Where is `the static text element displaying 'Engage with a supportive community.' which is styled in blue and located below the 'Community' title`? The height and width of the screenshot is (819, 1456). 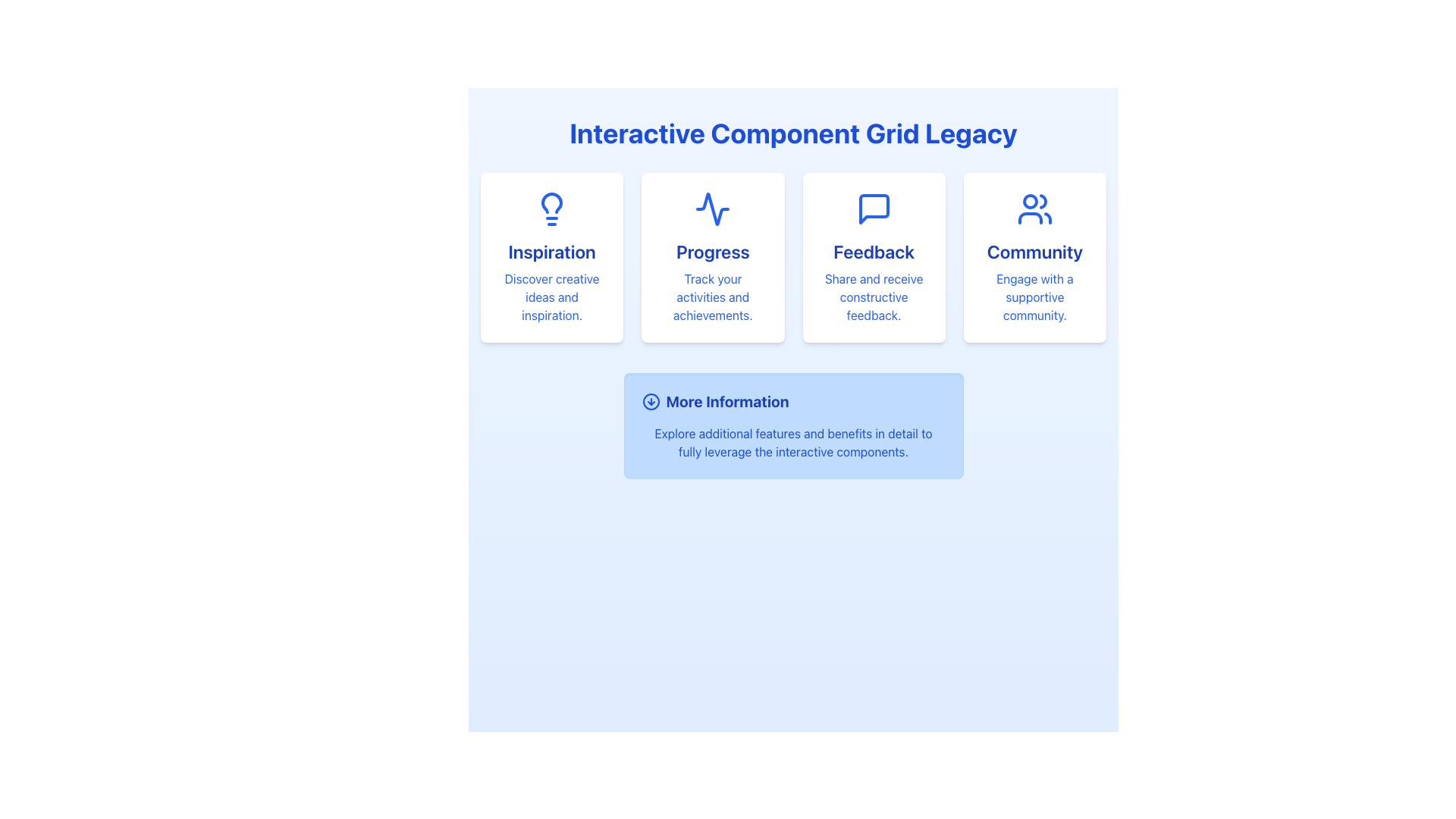 the static text element displaying 'Engage with a supportive community.' which is styled in blue and located below the 'Community' title is located at coordinates (1034, 297).